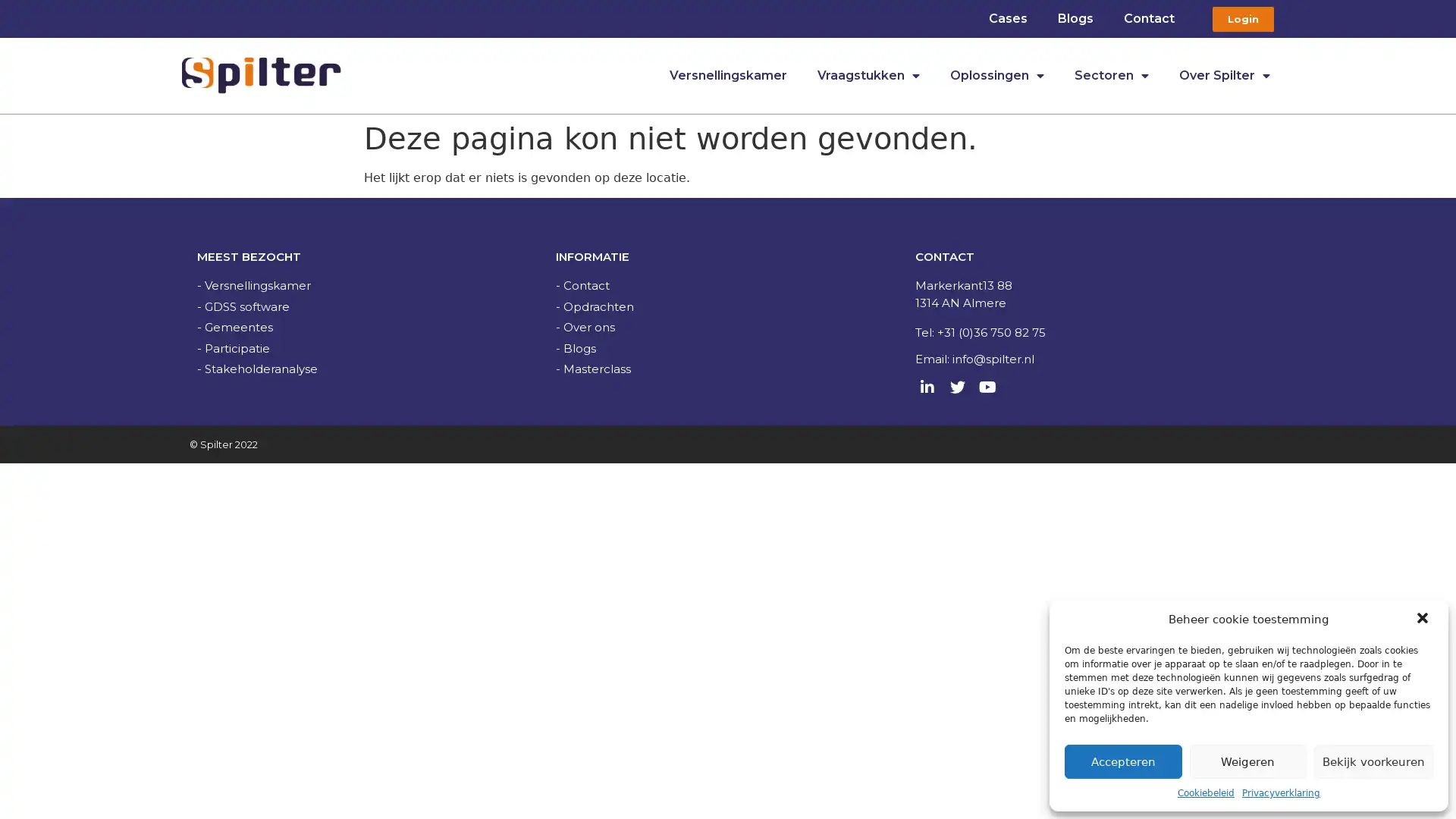  Describe the element at coordinates (1373, 761) in the screenshot. I see `Bekijk voorkeuren` at that location.